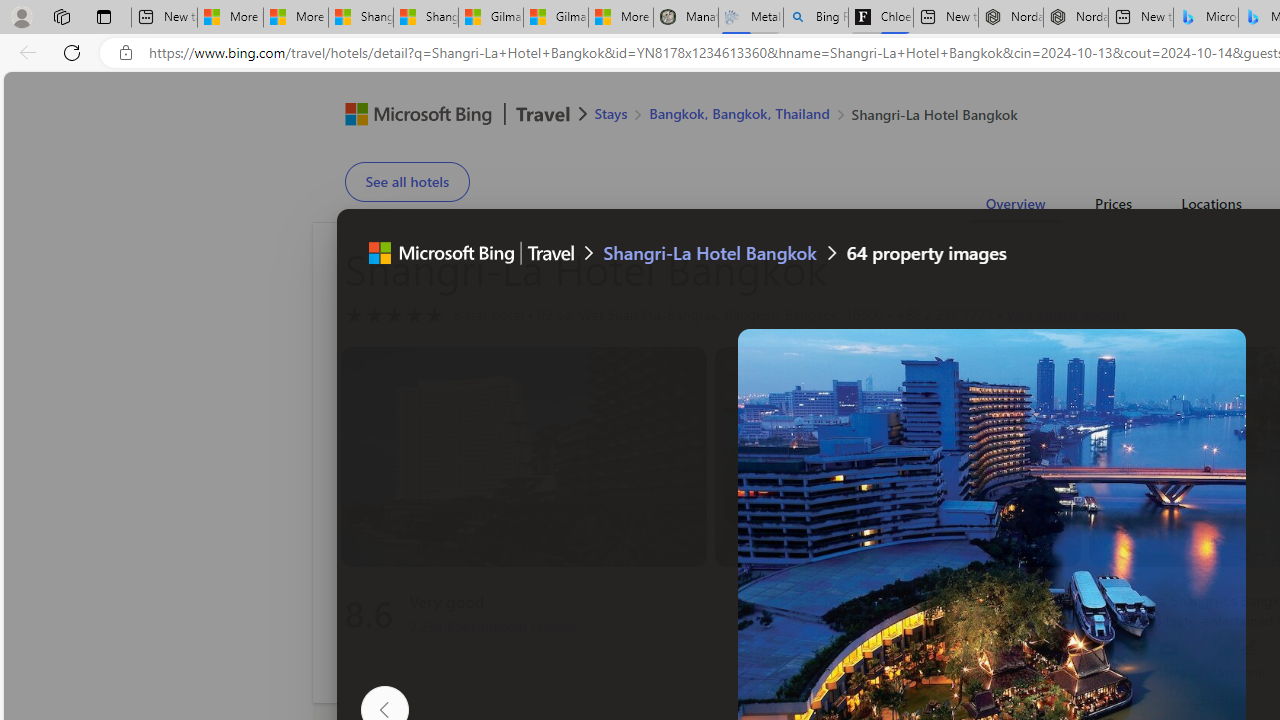  What do you see at coordinates (880, 17) in the screenshot?
I see `'Chloe Sorvino'` at bounding box center [880, 17].